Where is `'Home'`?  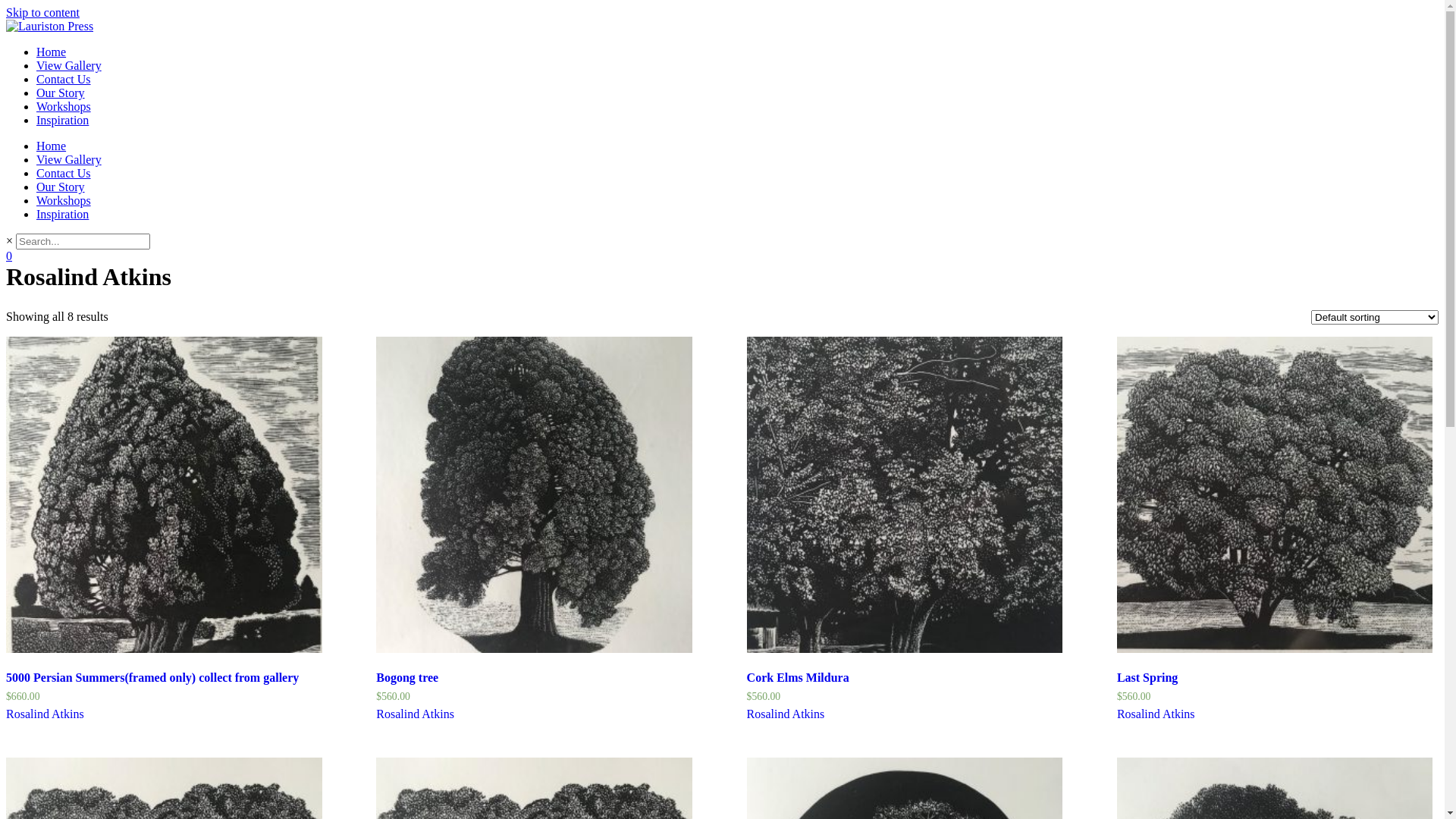
'Home' is located at coordinates (51, 146).